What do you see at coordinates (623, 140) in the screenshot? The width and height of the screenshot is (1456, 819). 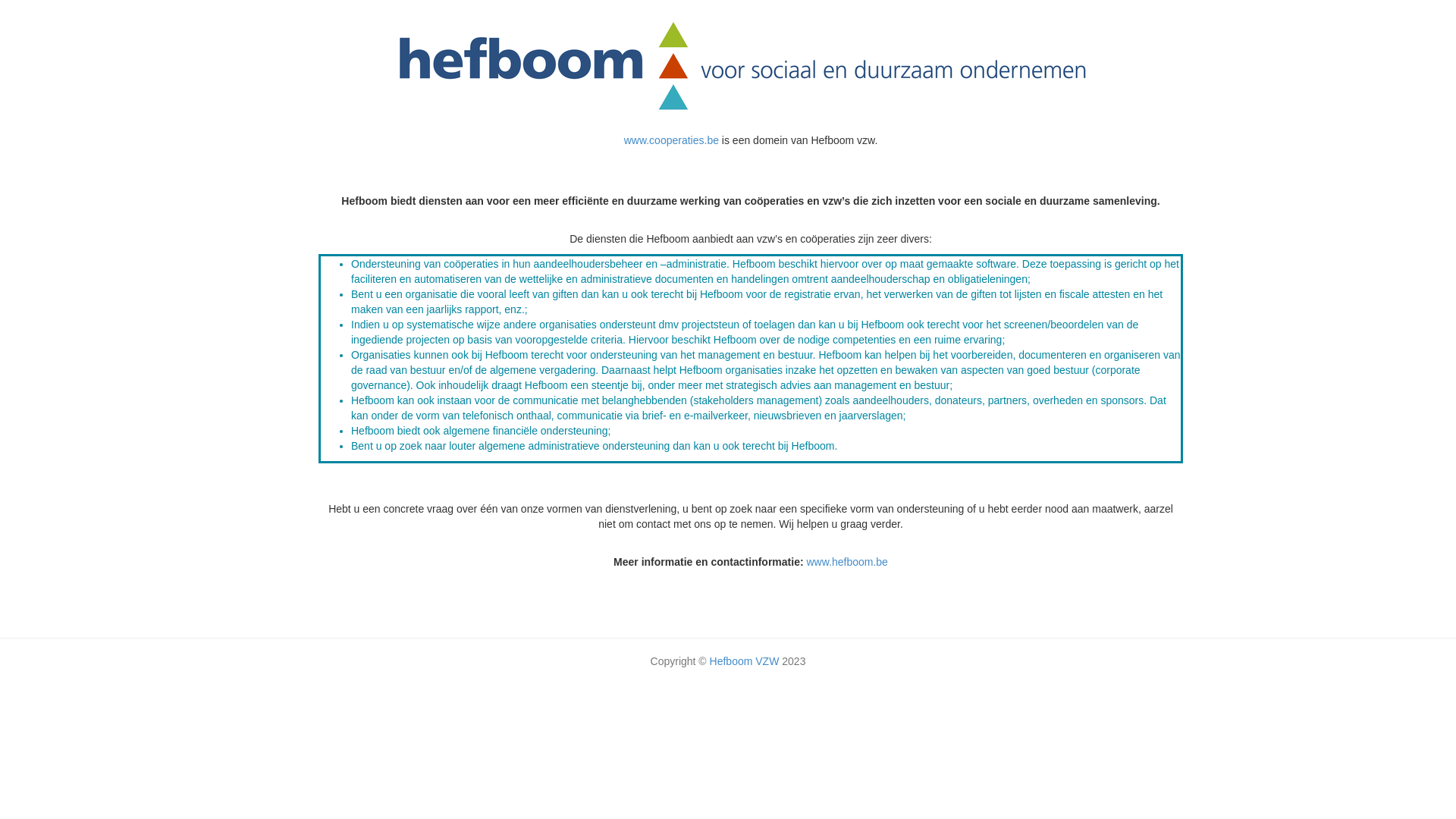 I see `'www.cooperaties.be'` at bounding box center [623, 140].